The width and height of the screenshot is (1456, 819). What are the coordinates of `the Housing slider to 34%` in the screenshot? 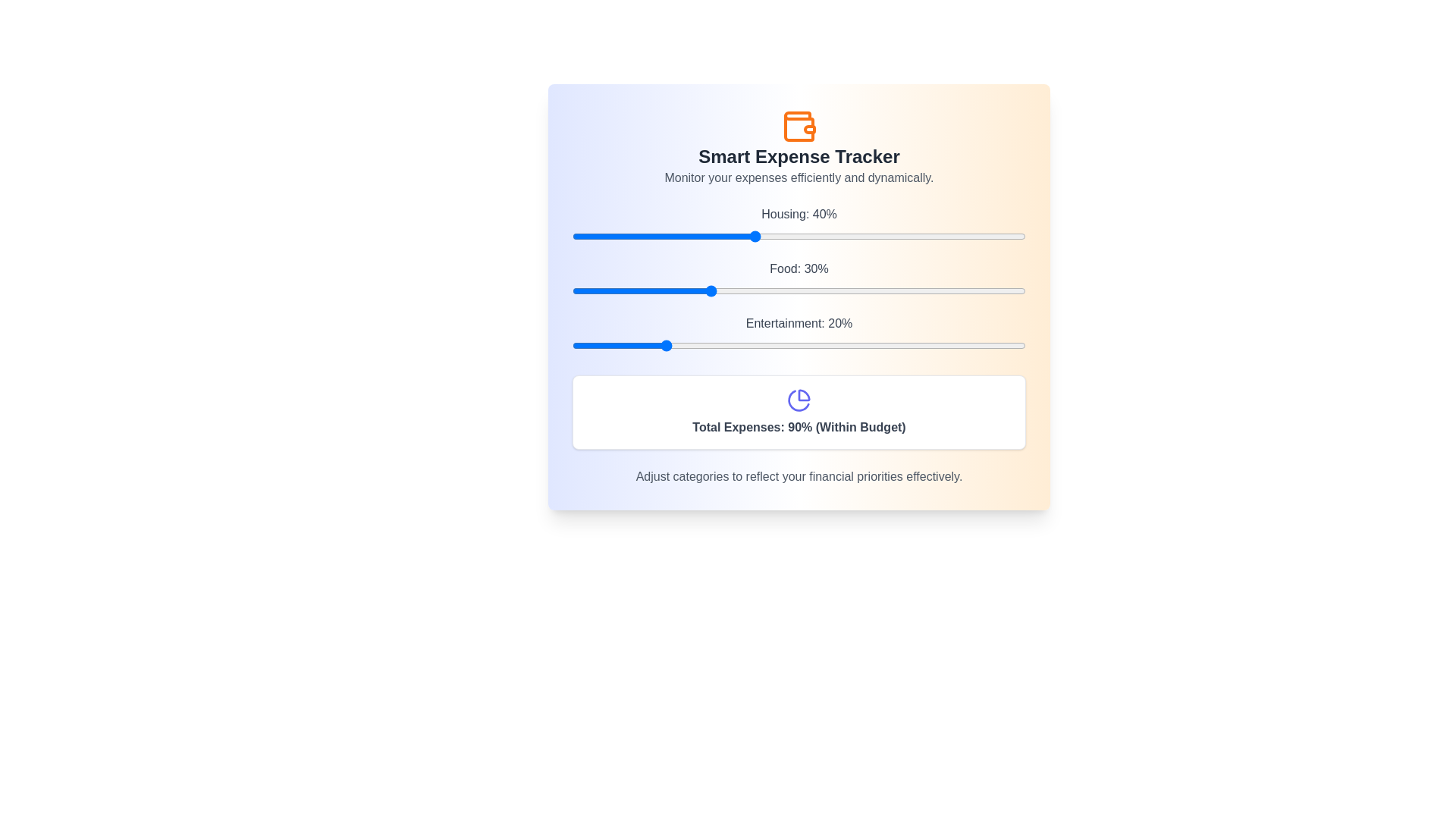 It's located at (726, 237).